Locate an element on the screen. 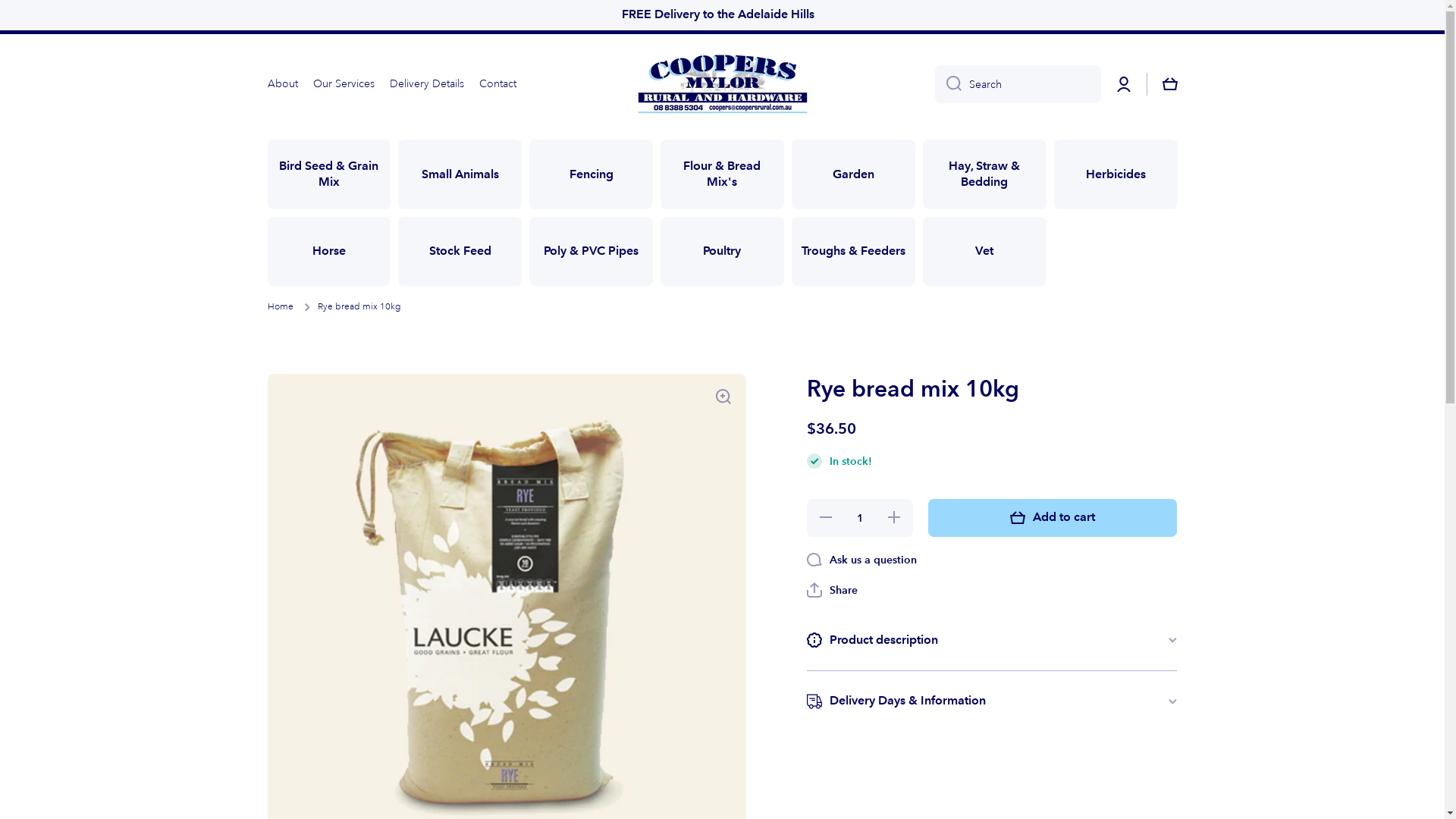  'Herbicides' is located at coordinates (1116, 174).